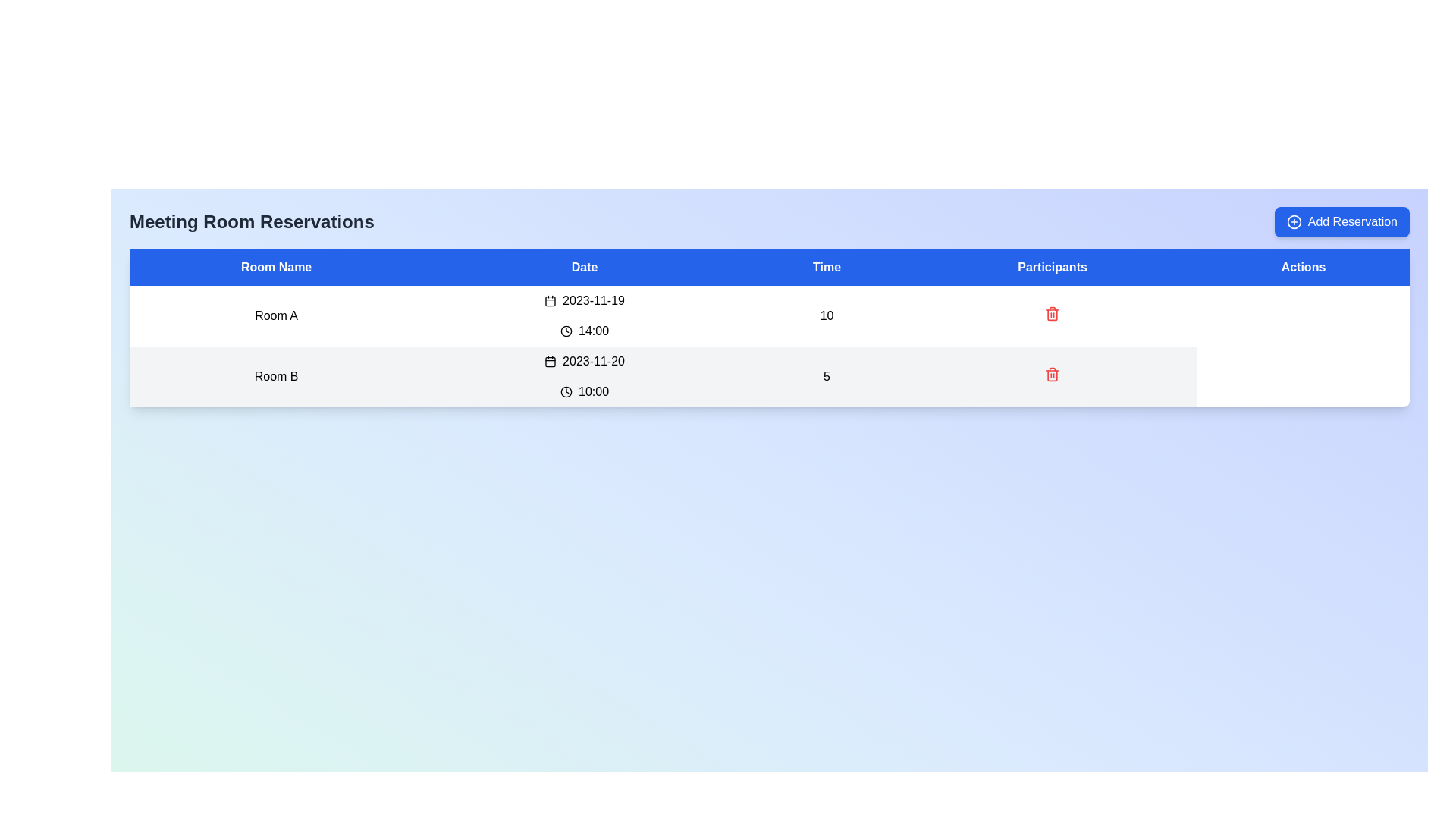  I want to click on the 'Time' header label in the table's header bar, which is the third header positioned between 'Date' and 'Participants', so click(826, 267).